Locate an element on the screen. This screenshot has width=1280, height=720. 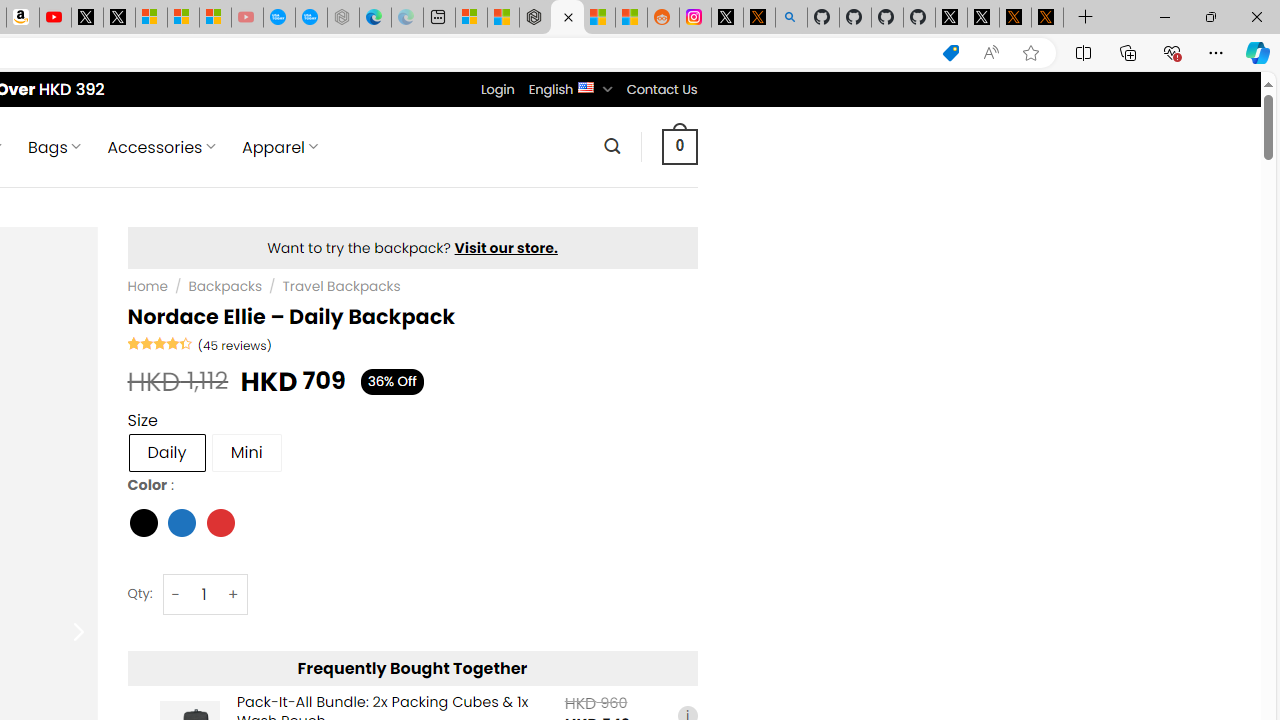
' 0 ' is located at coordinates (679, 145).